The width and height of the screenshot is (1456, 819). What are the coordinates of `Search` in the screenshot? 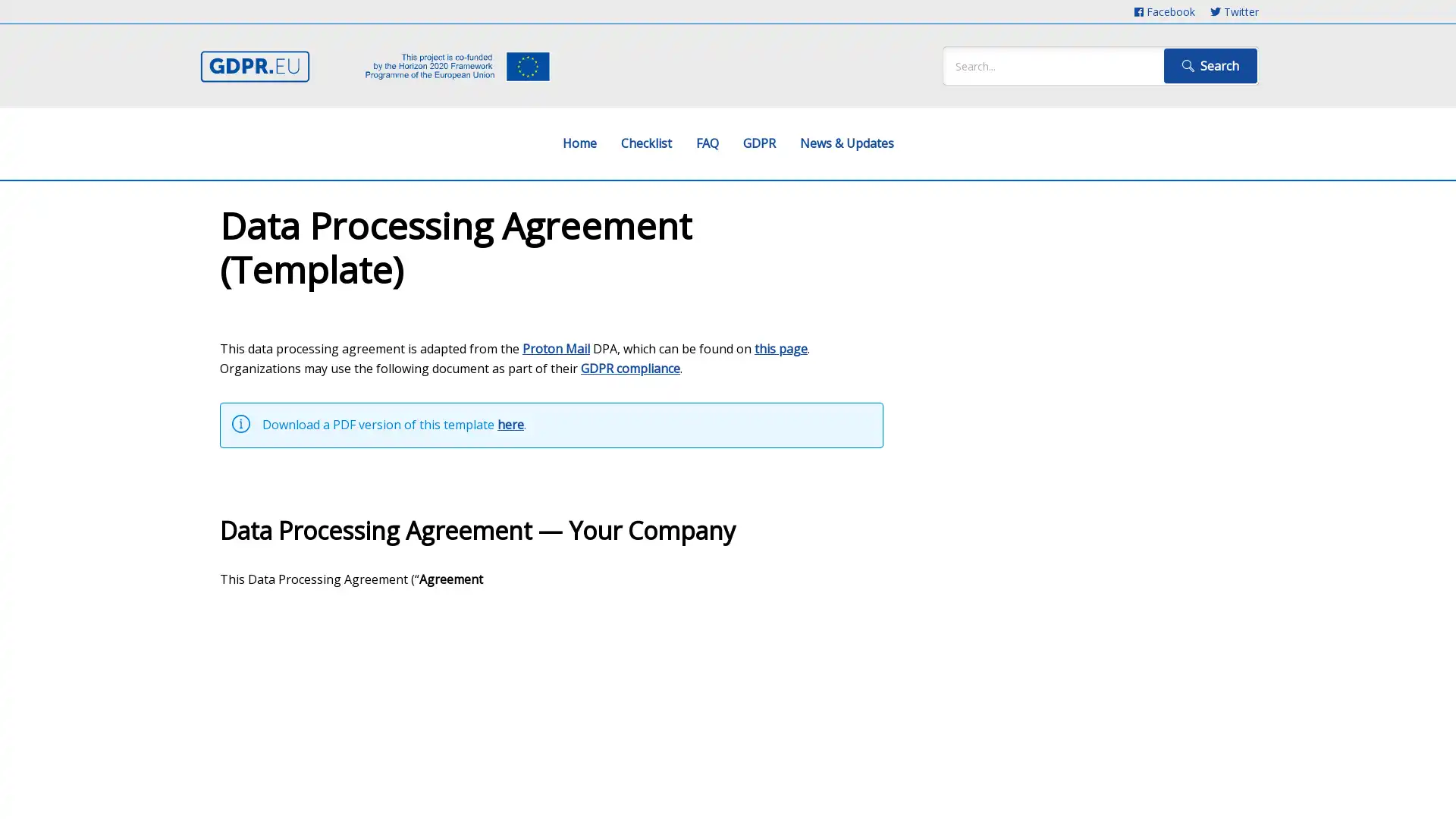 It's located at (1210, 65).